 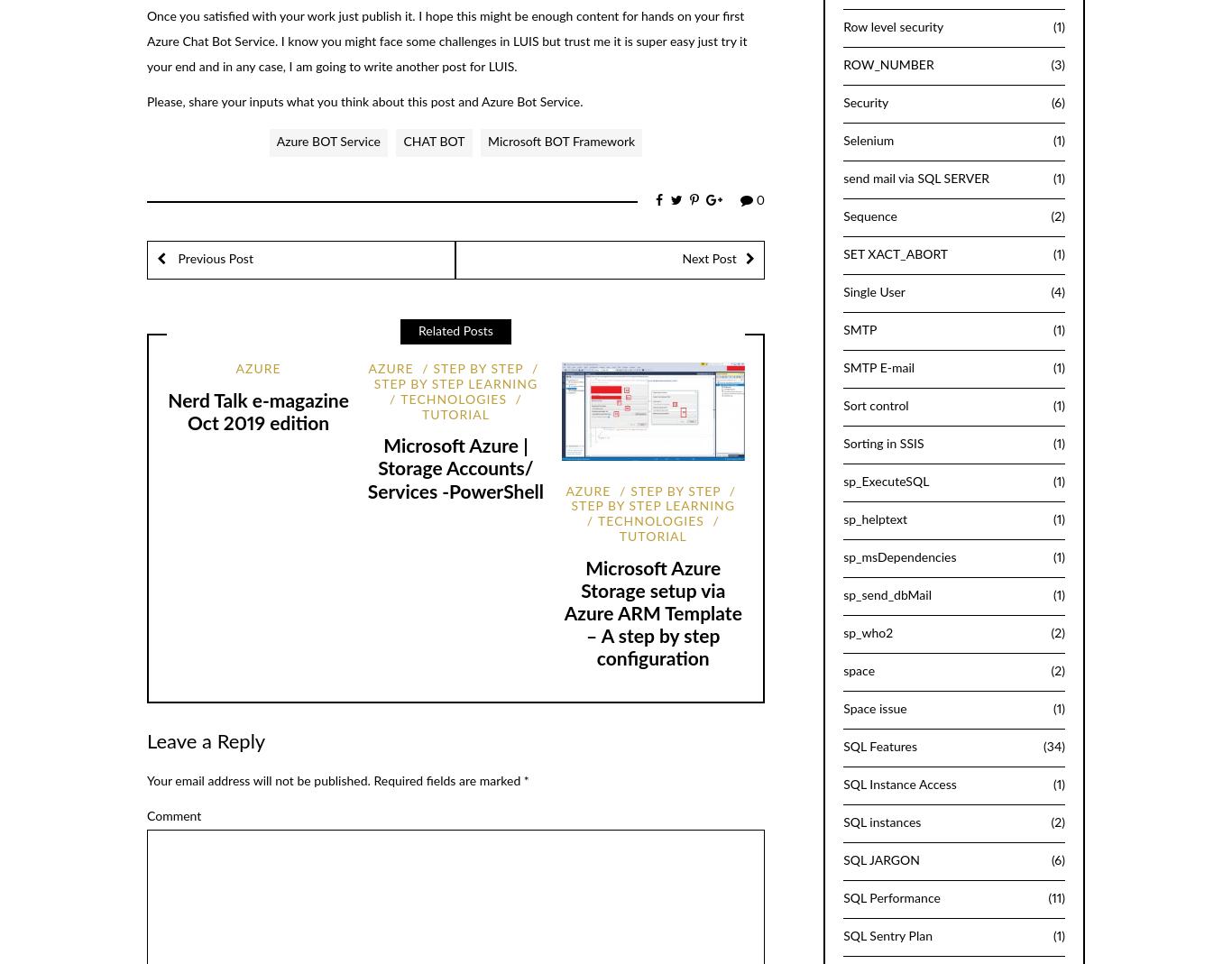 I want to click on 'SMTP', so click(x=860, y=330).